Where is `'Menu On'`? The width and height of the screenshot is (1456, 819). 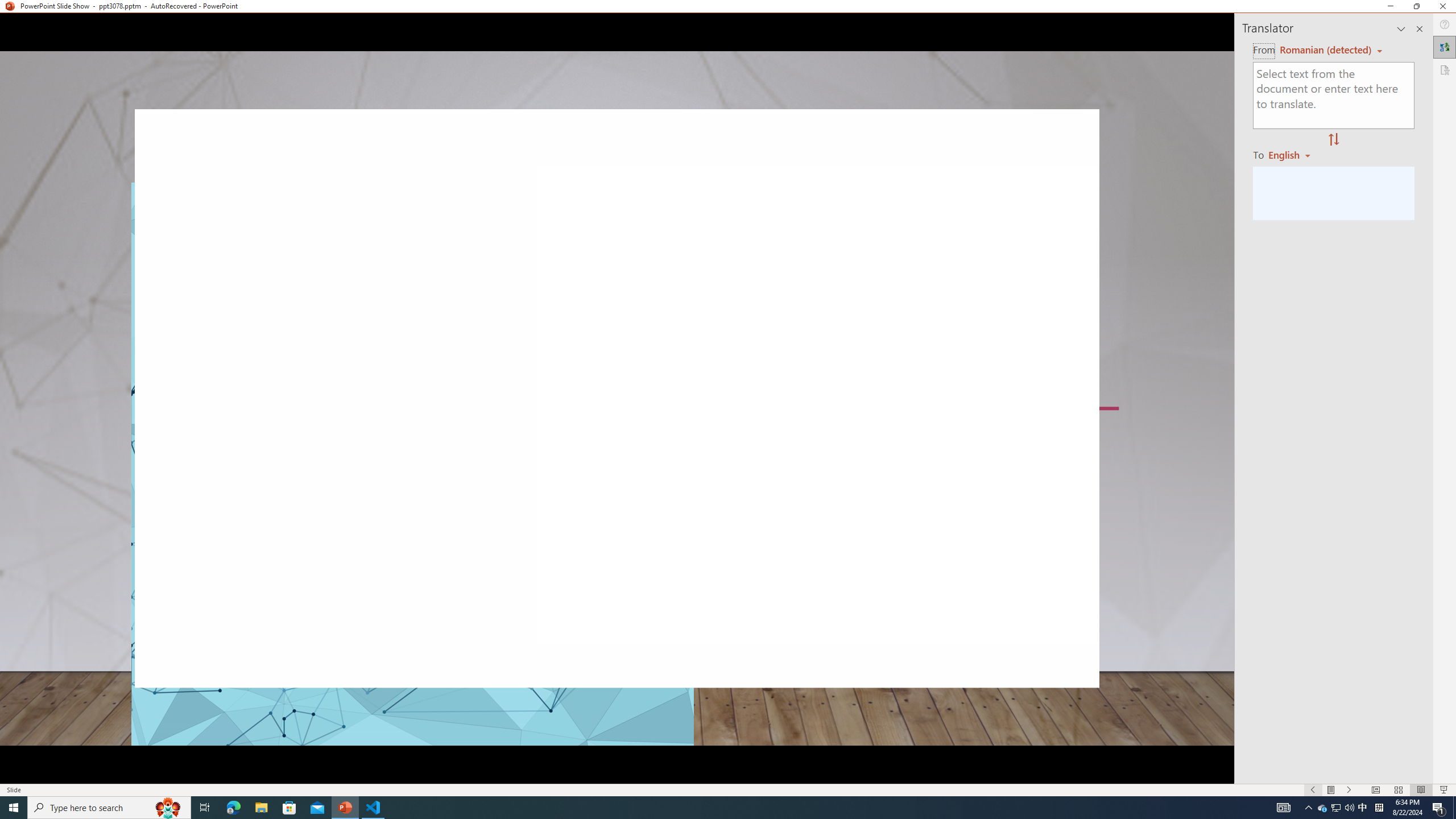 'Menu On' is located at coordinates (1331, 790).